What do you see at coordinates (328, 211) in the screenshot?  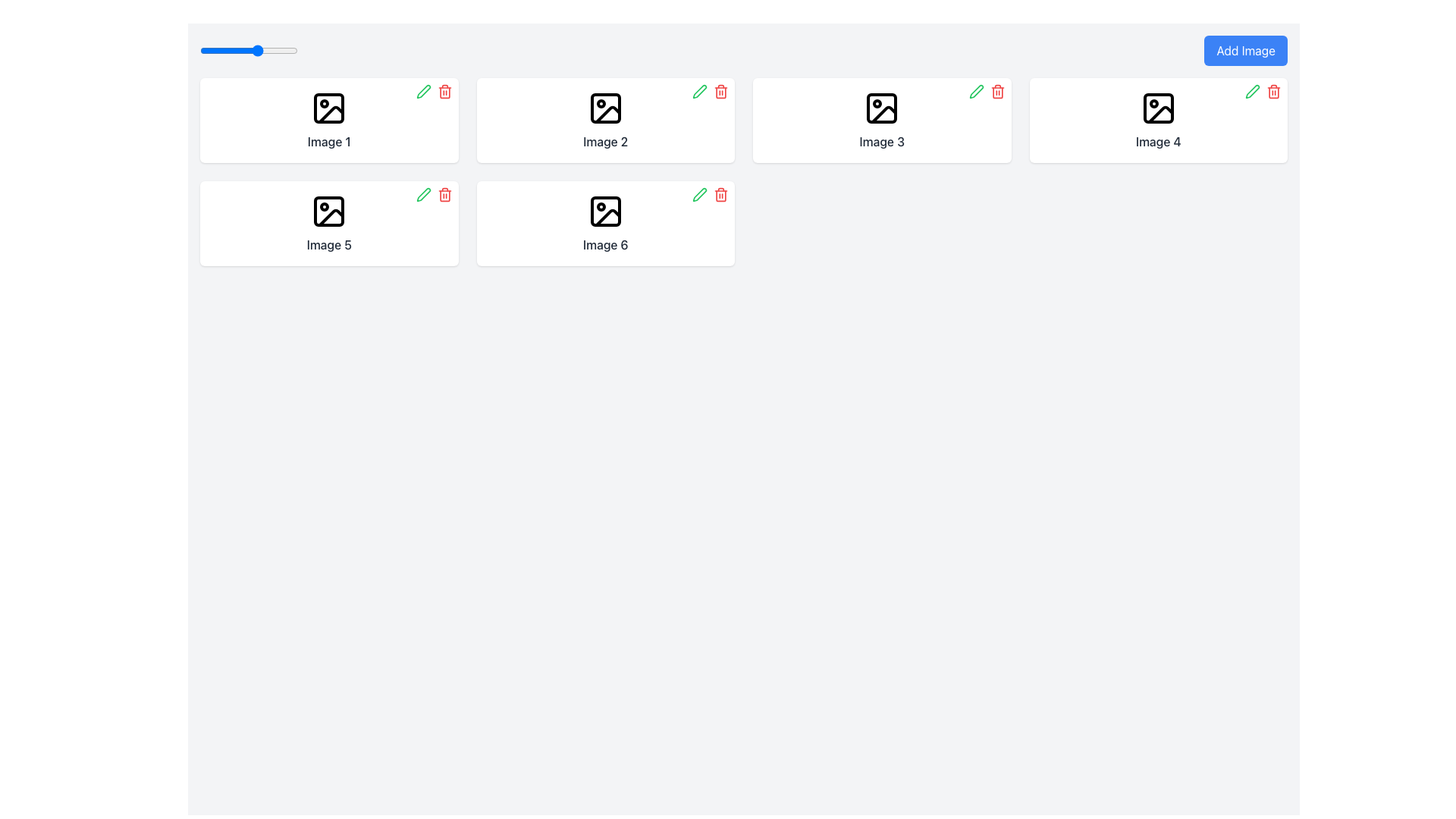 I see `the small rounded rectangle SVG shape with a white background and black border, located in the second row, first column of a grid layout` at bounding box center [328, 211].